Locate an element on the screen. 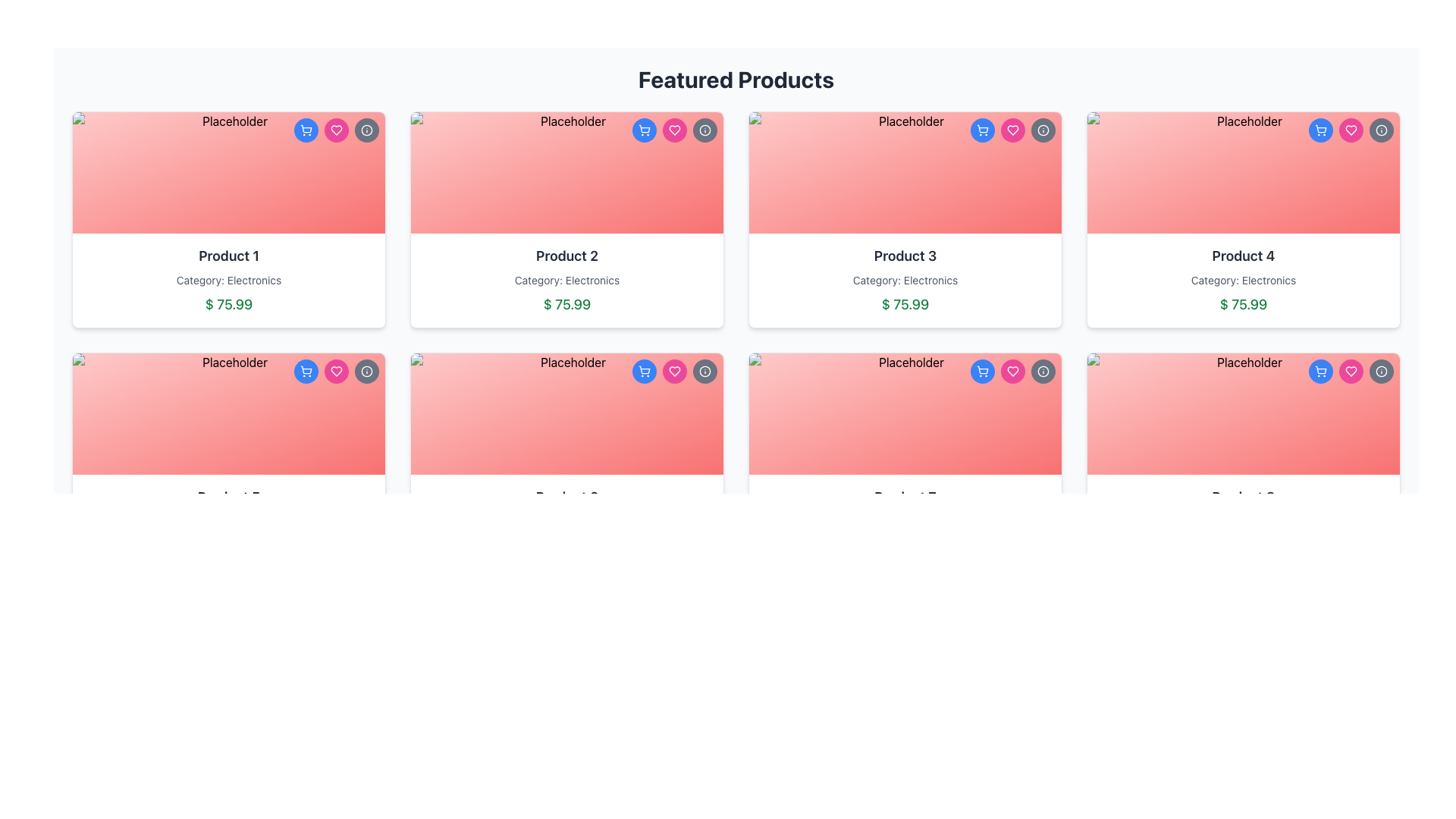 The height and width of the screenshot is (819, 1456). the red gradient rectangle in the Image Display Area of the 'Product 2' card, which contains the text 'Placeholder' and is located in the second column of the first row in a grid layout is located at coordinates (566, 171).